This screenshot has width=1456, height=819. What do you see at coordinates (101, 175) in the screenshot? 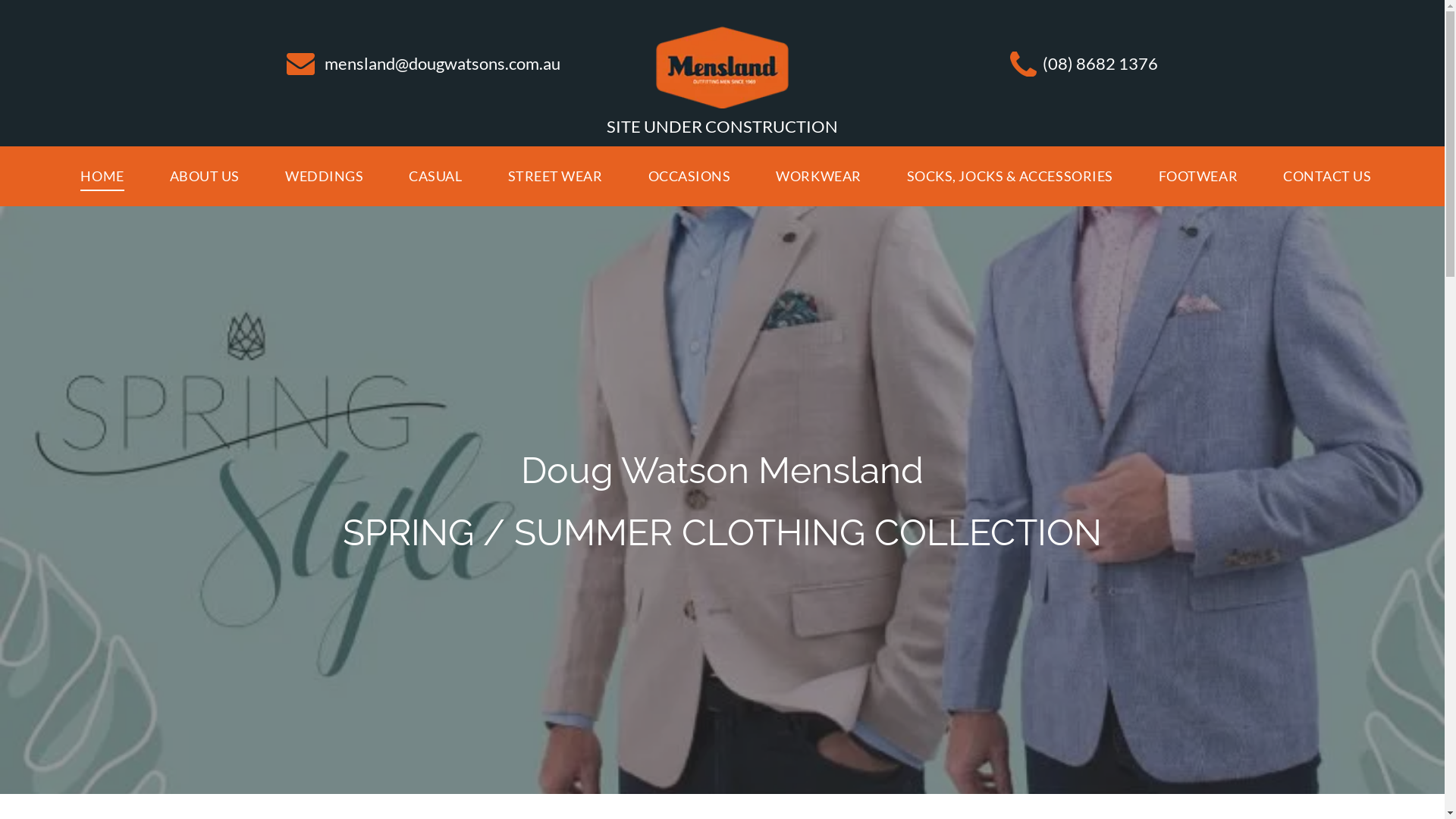
I see `'HOME'` at bounding box center [101, 175].